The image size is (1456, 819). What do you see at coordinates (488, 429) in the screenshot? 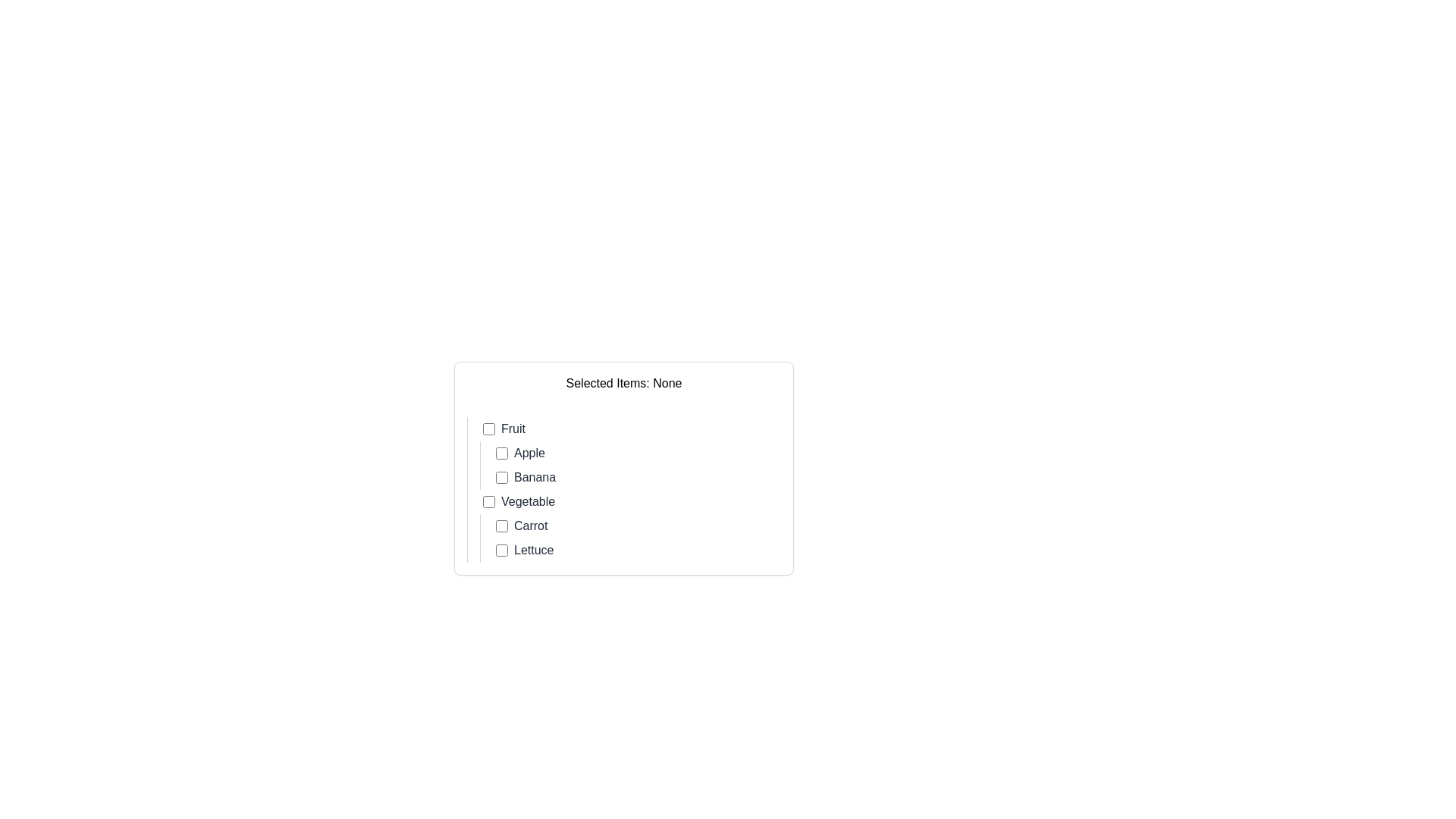
I see `the checkbox for 'Fruit'` at bounding box center [488, 429].